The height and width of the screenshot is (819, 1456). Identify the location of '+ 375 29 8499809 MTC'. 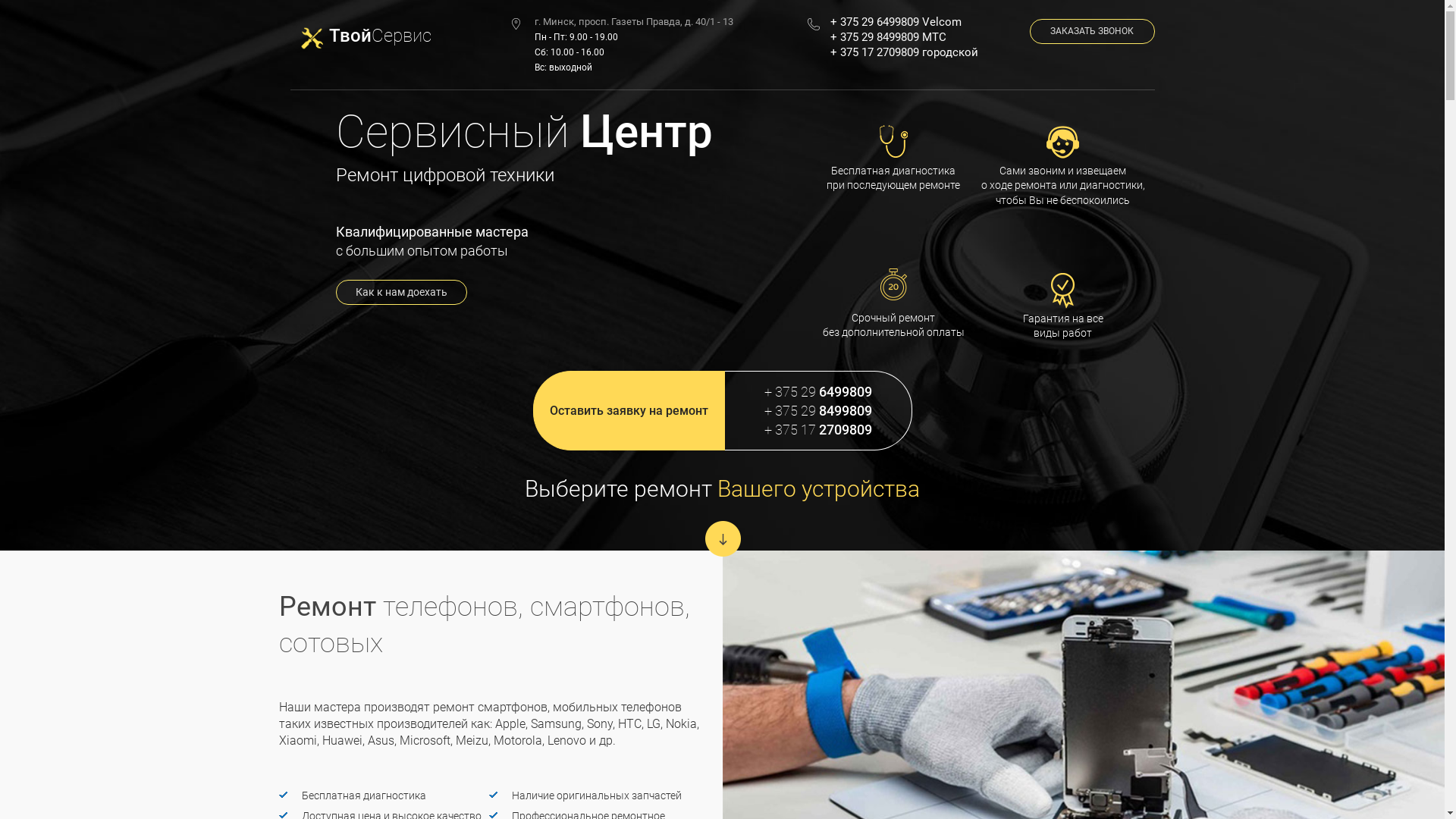
(829, 36).